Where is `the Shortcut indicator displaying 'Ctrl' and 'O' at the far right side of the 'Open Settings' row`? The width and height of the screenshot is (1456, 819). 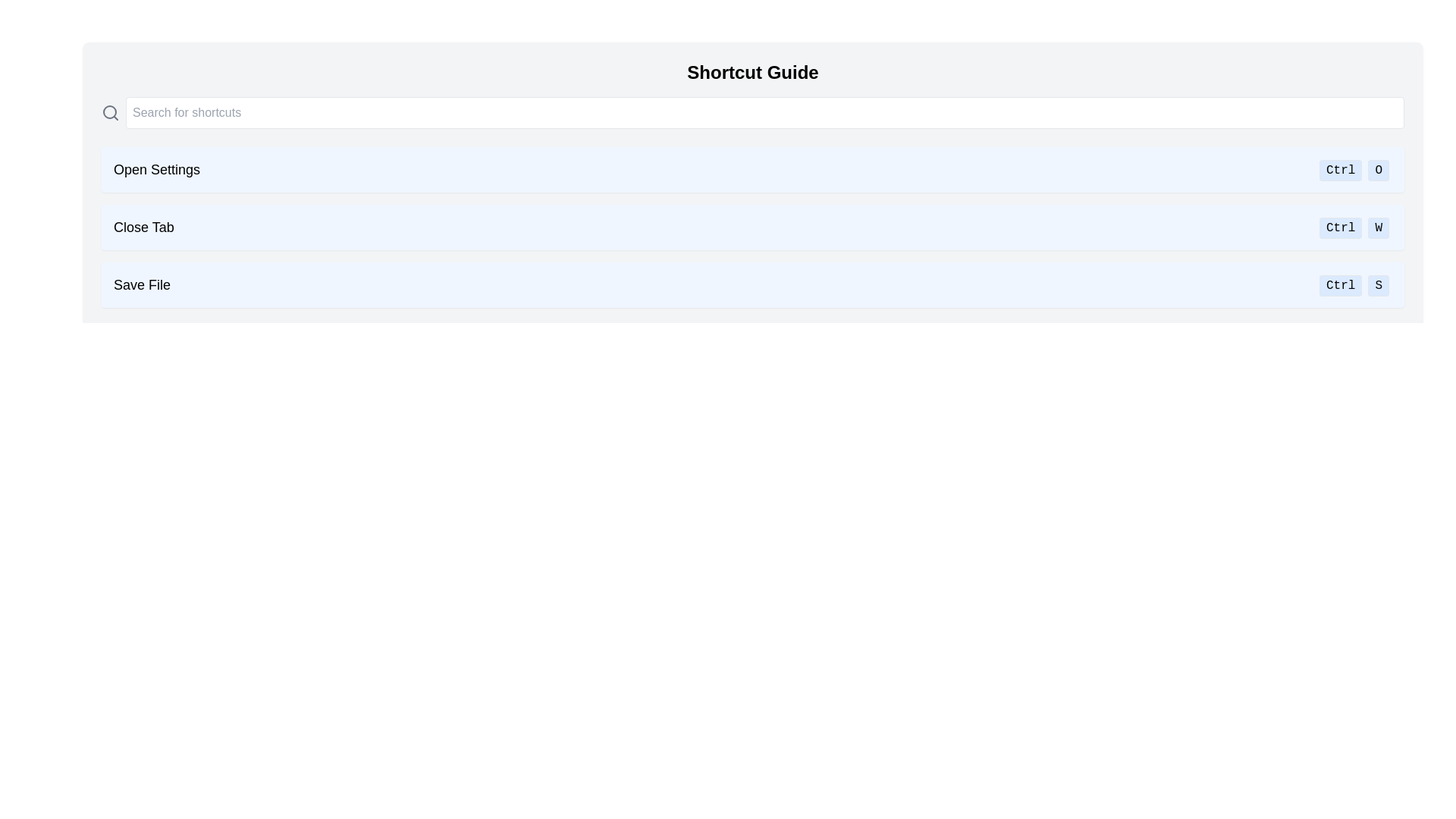
the Shortcut indicator displaying 'Ctrl' and 'O' at the far right side of the 'Open Settings' row is located at coordinates (1354, 169).